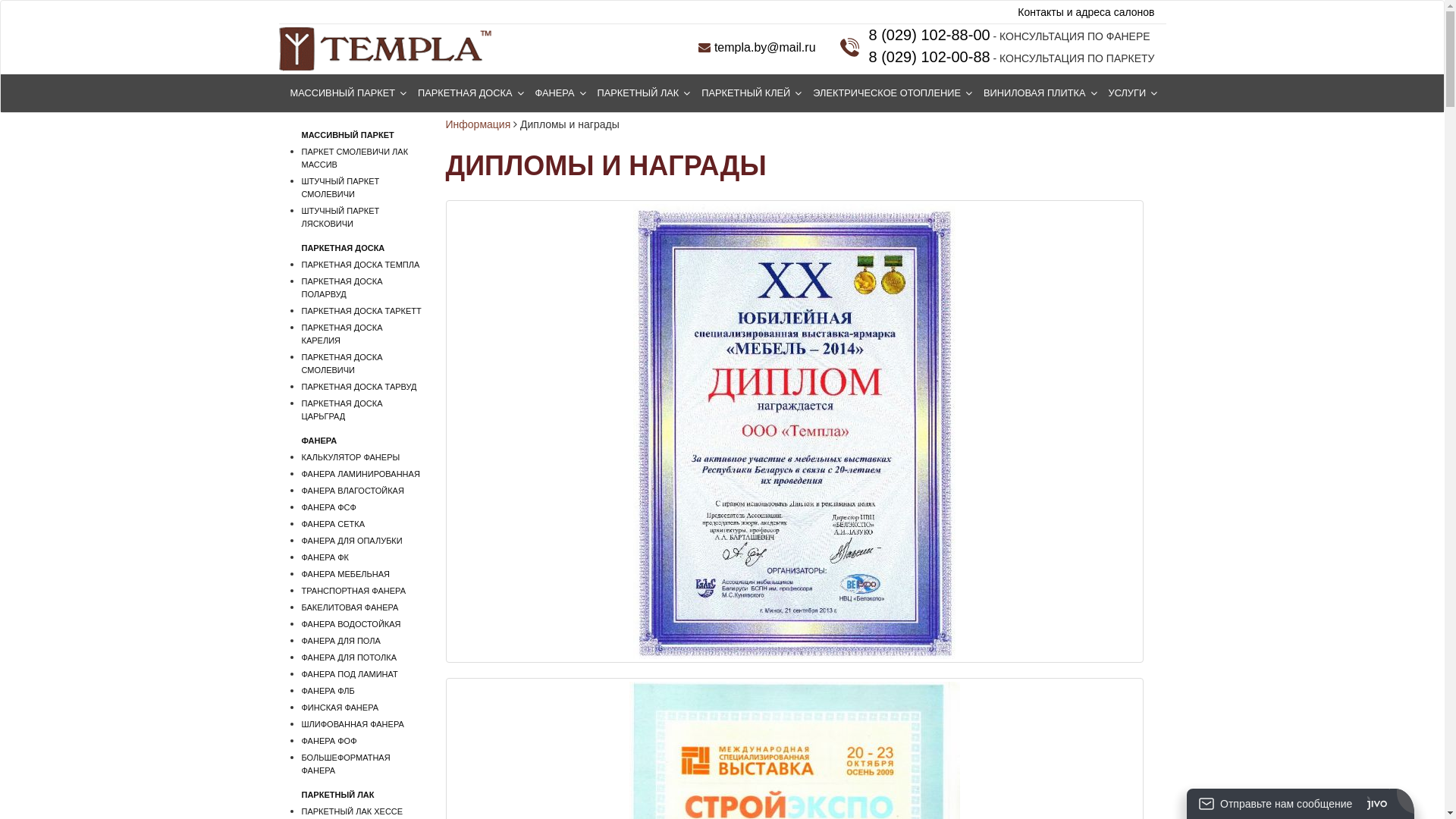 The height and width of the screenshot is (819, 1456). I want to click on '8 (029) 102-88-00', so click(928, 34).